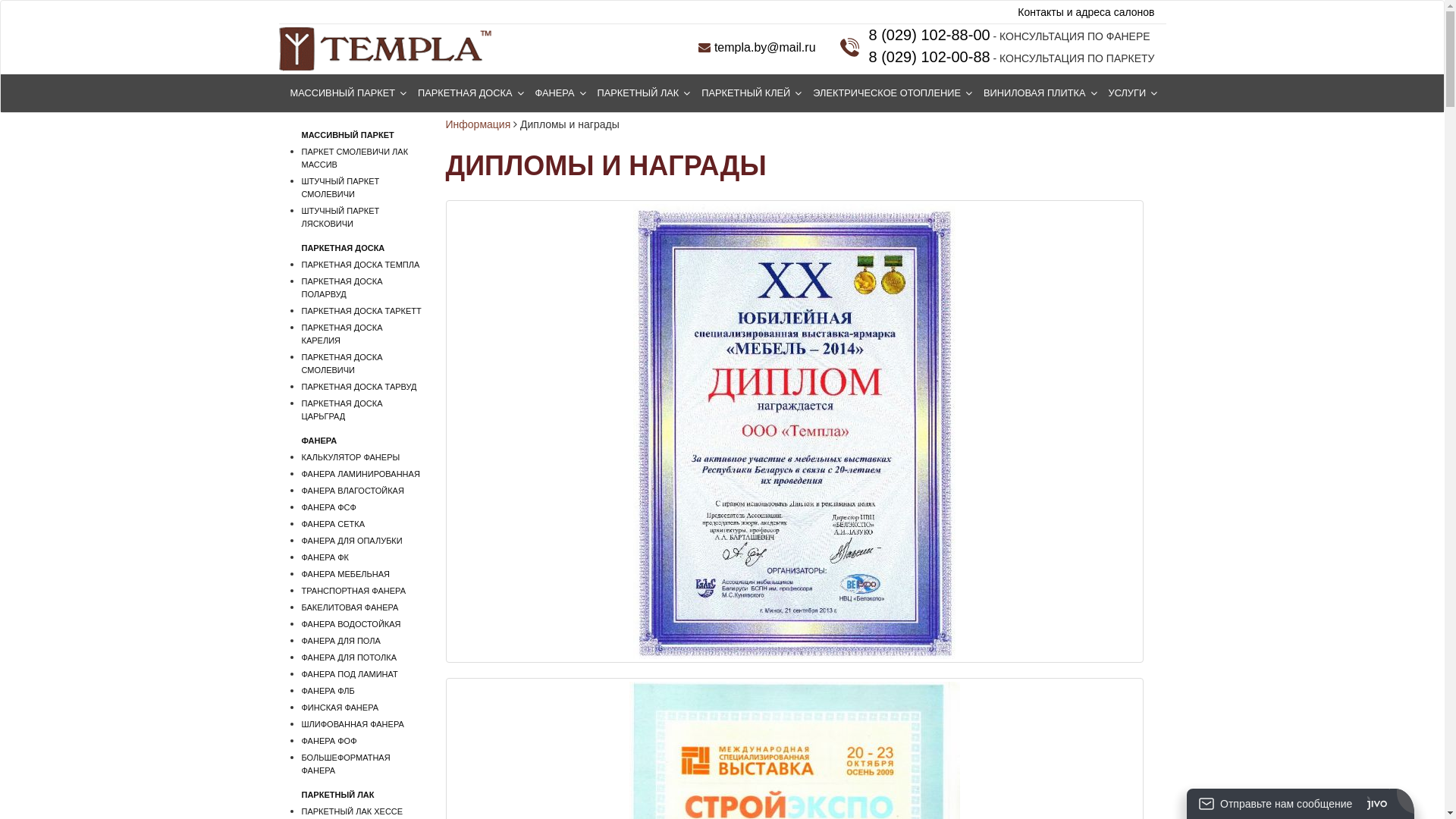 The height and width of the screenshot is (819, 1456). I want to click on '8 (029) 102-88-00', so click(928, 34).